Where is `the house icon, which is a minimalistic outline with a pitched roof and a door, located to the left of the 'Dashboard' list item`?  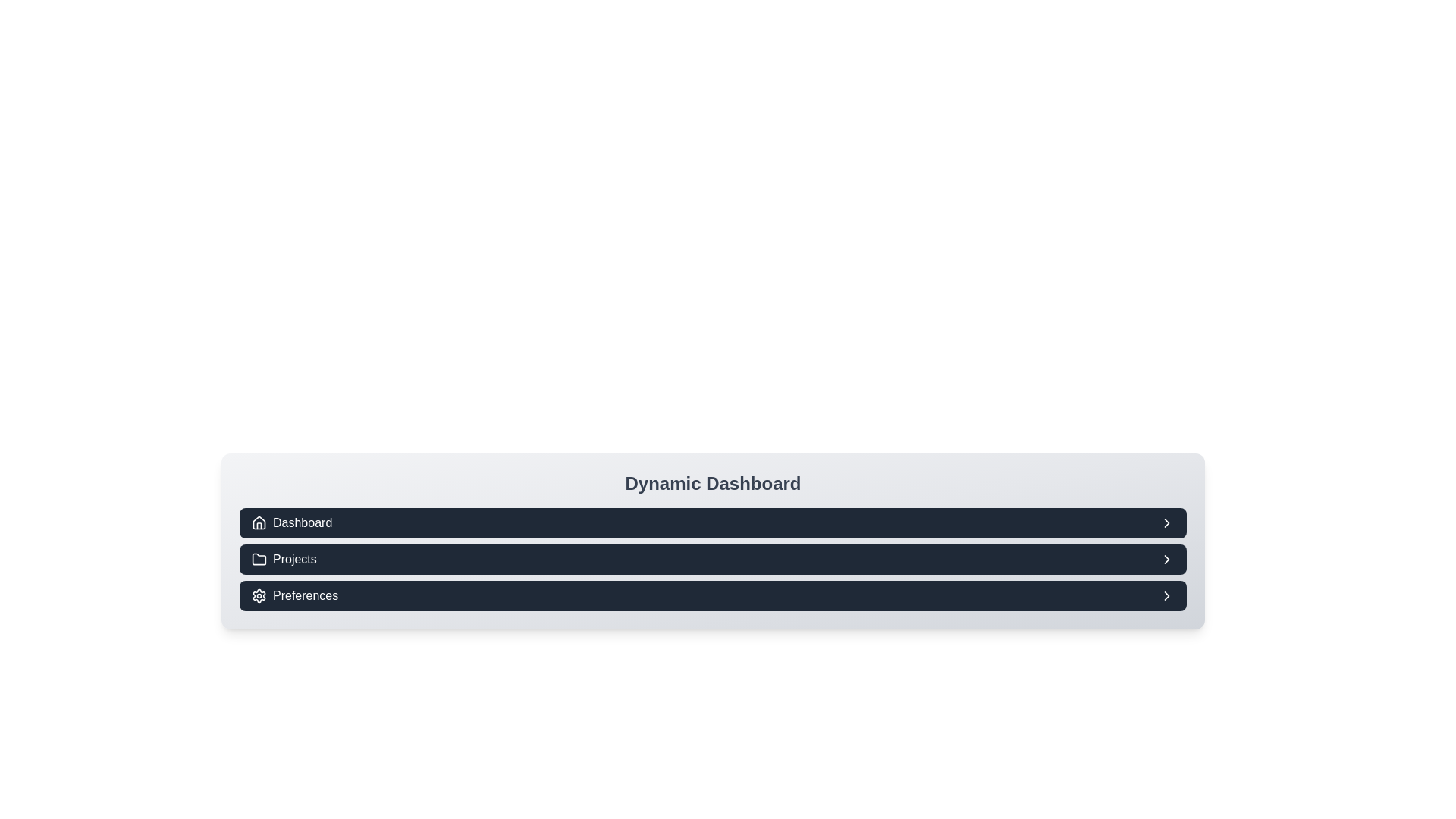
the house icon, which is a minimalistic outline with a pitched roof and a door, located to the left of the 'Dashboard' list item is located at coordinates (259, 522).